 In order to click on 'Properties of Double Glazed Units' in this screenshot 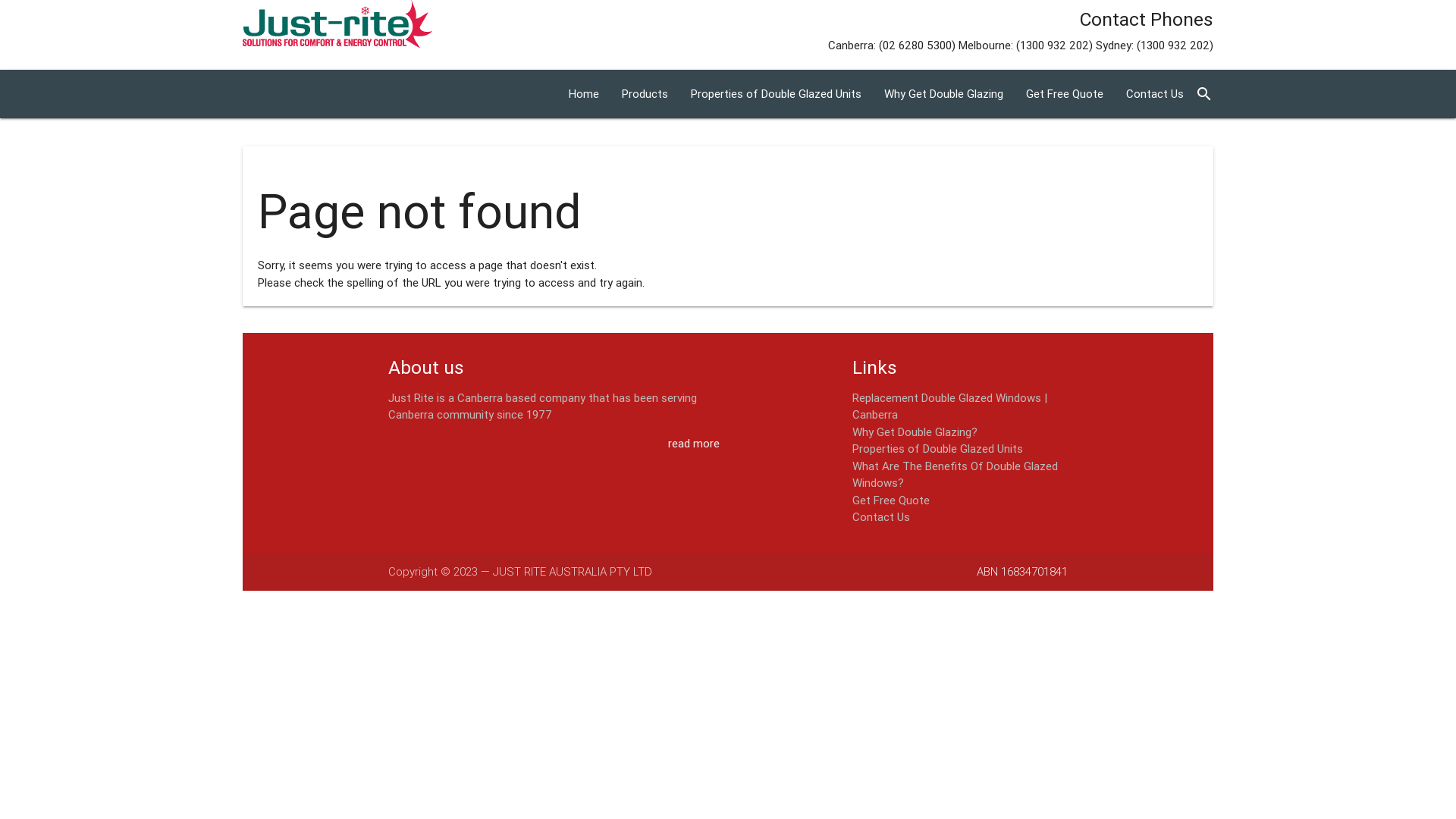, I will do `click(776, 93)`.